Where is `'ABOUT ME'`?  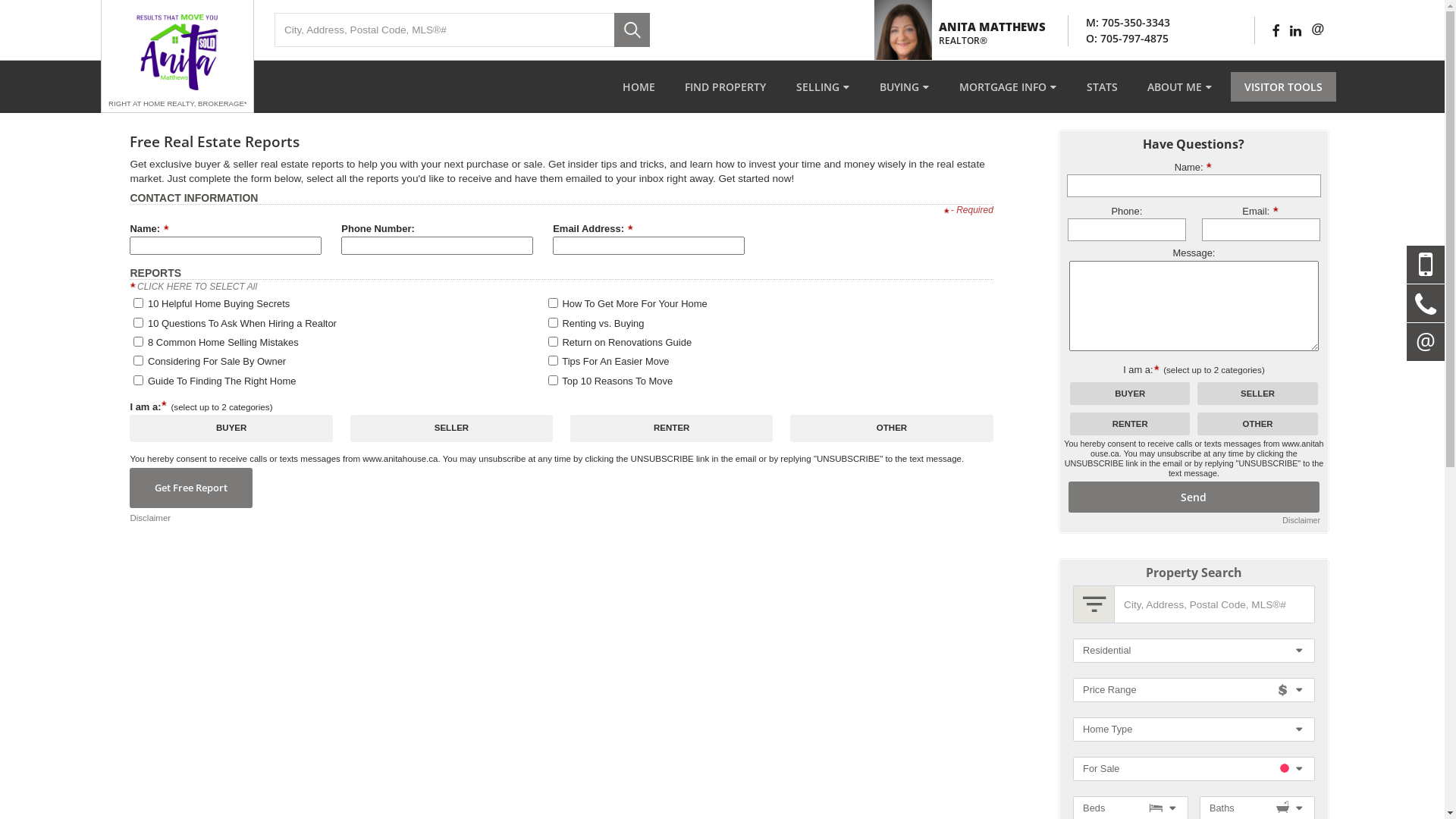 'ABOUT ME' is located at coordinates (1178, 86).